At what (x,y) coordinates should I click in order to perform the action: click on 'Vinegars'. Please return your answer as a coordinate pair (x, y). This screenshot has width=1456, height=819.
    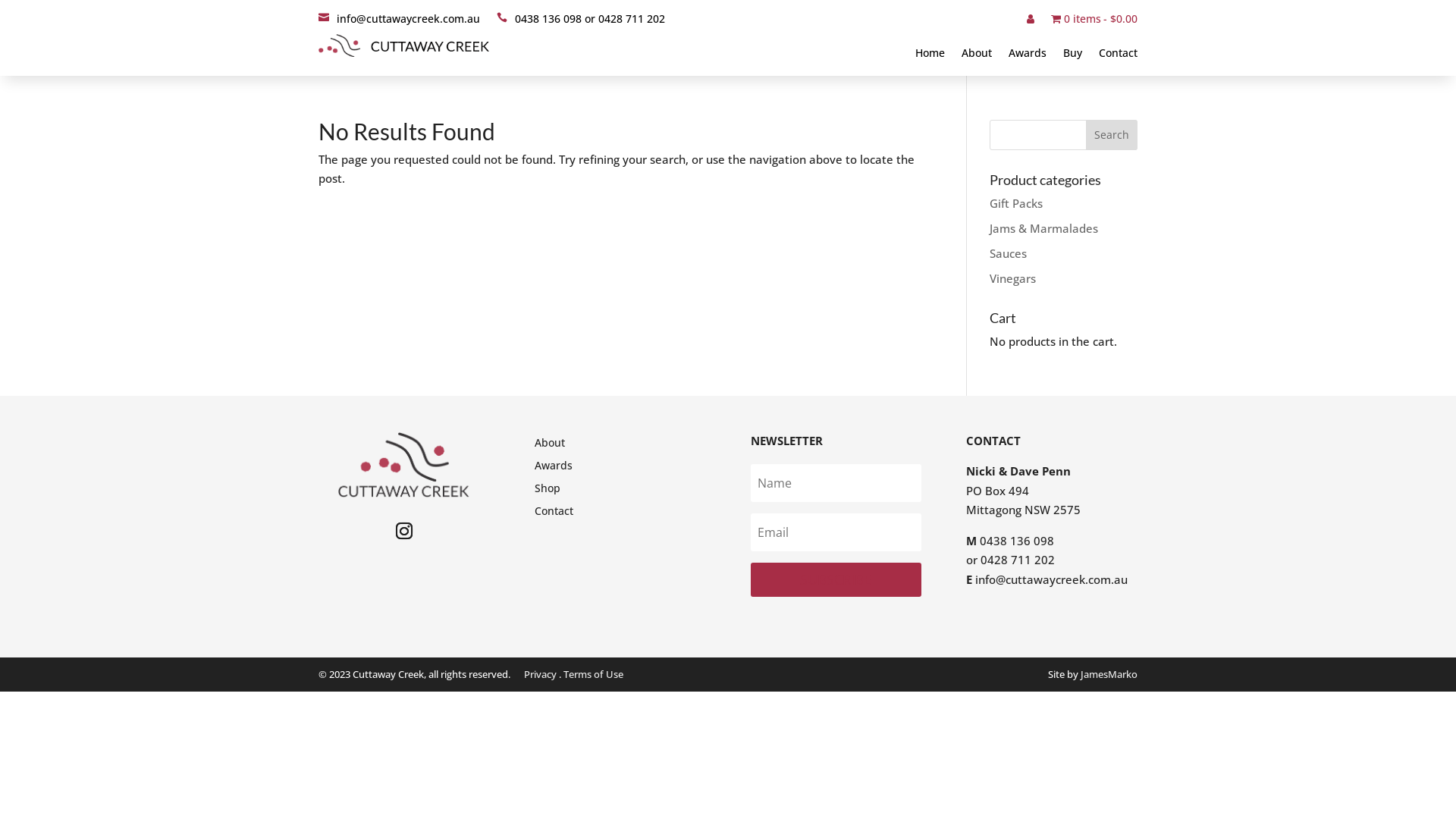
    Looking at the image, I should click on (990, 278).